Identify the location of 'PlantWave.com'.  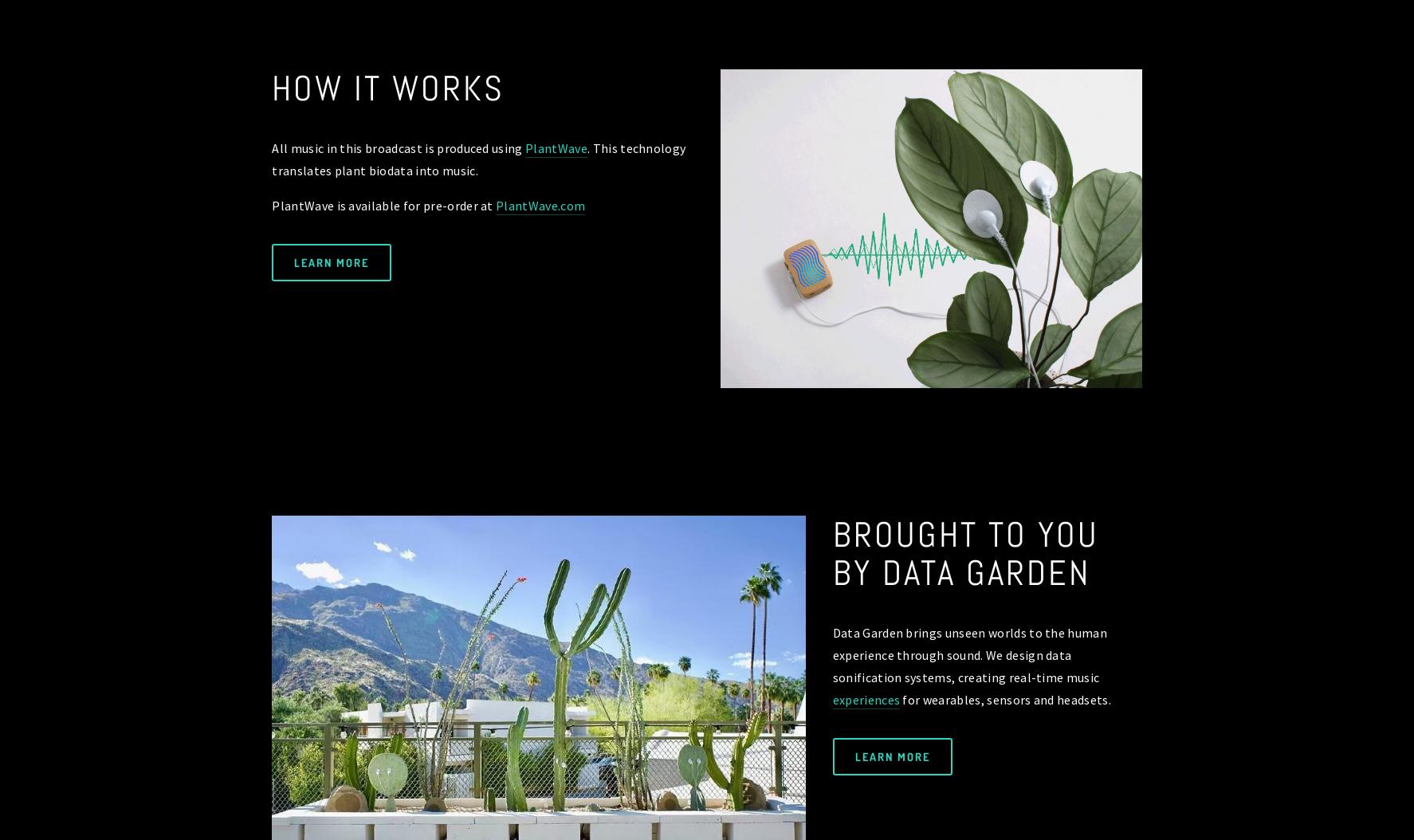
(494, 204).